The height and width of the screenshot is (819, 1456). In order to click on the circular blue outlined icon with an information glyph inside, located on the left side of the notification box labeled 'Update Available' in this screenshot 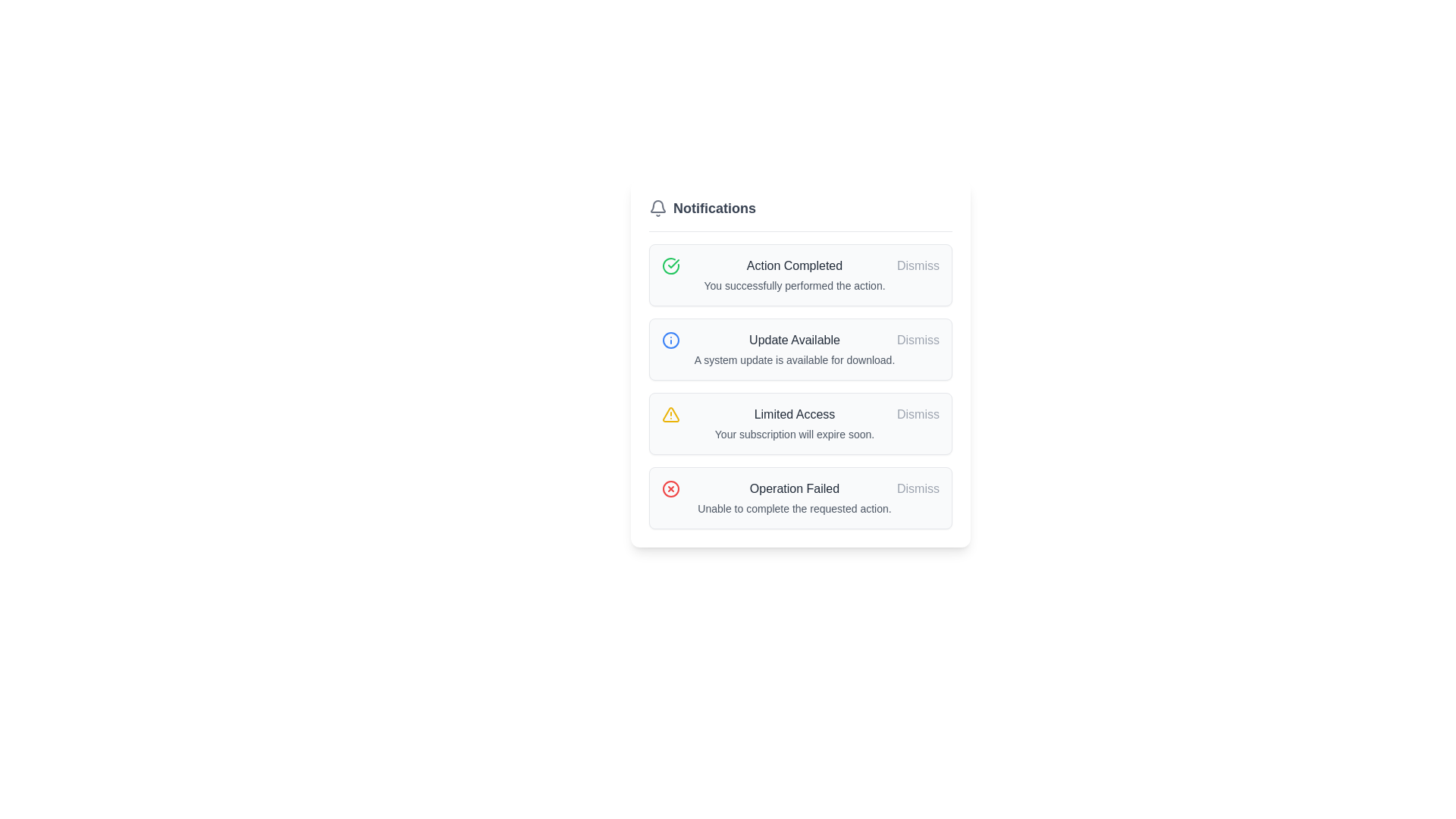, I will do `click(670, 339)`.